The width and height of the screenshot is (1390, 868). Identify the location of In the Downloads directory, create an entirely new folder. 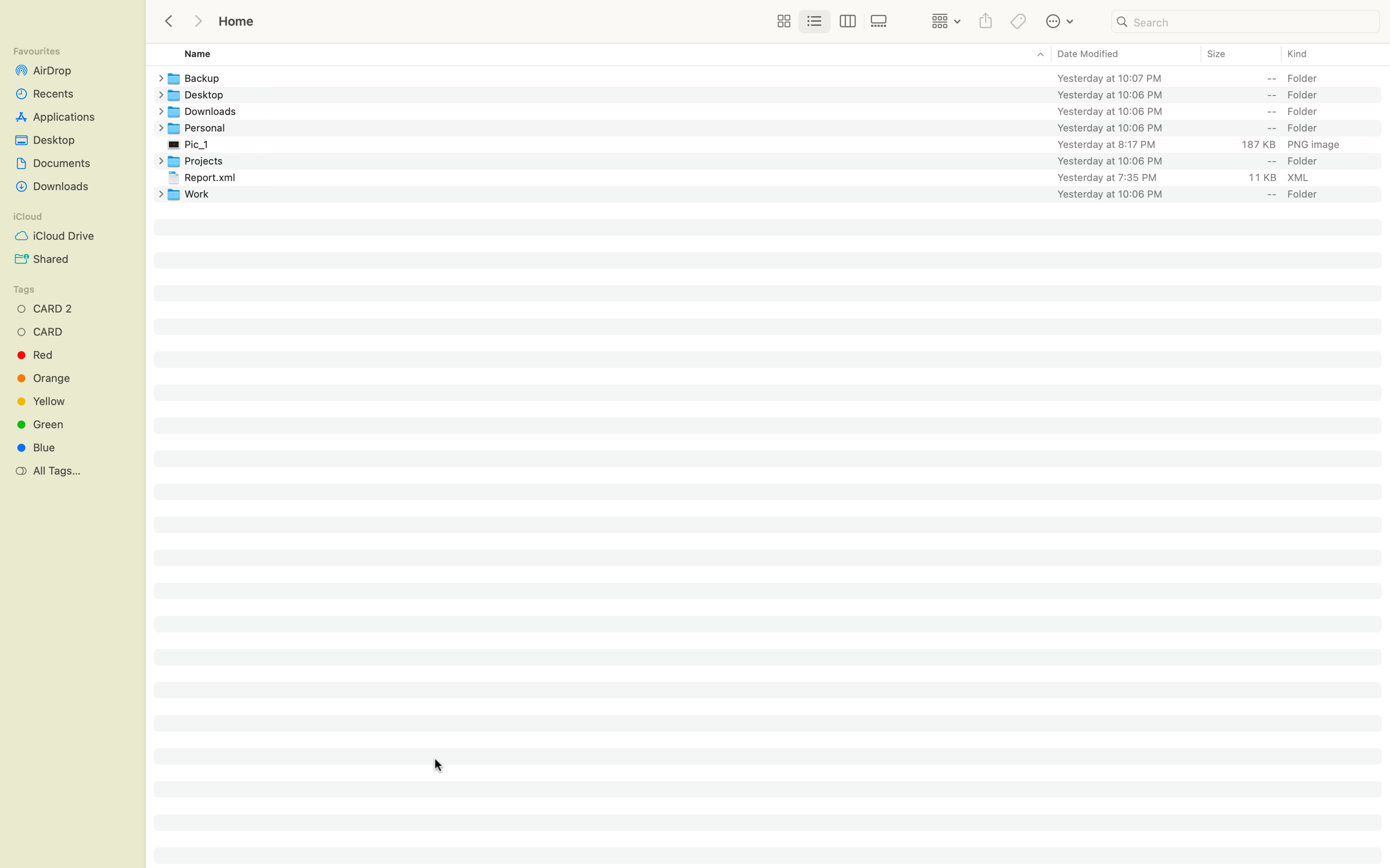
(158, 111).